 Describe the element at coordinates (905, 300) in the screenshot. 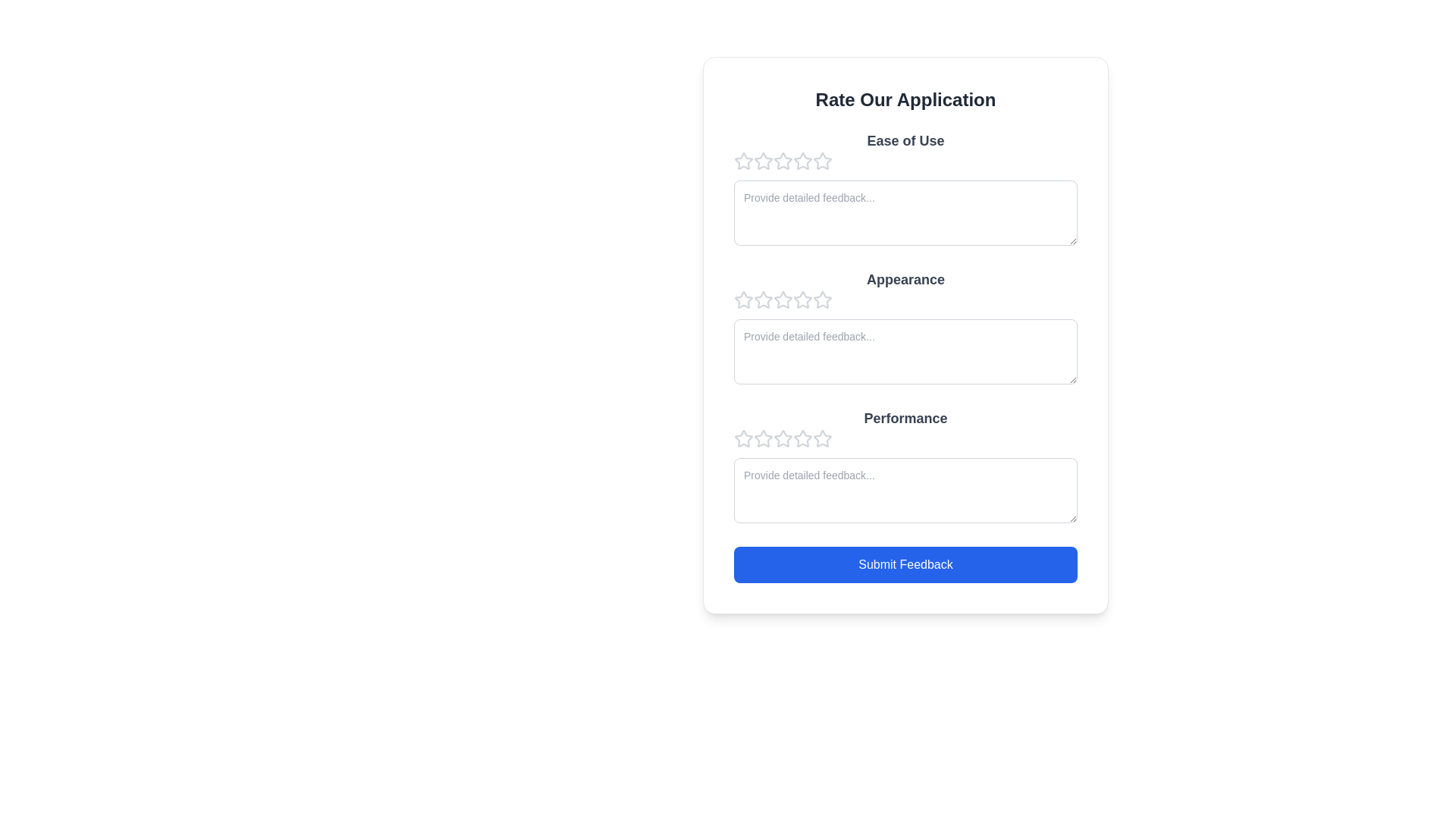

I see `the second star rating component under the 'Appearance' heading by focusing on it` at that location.